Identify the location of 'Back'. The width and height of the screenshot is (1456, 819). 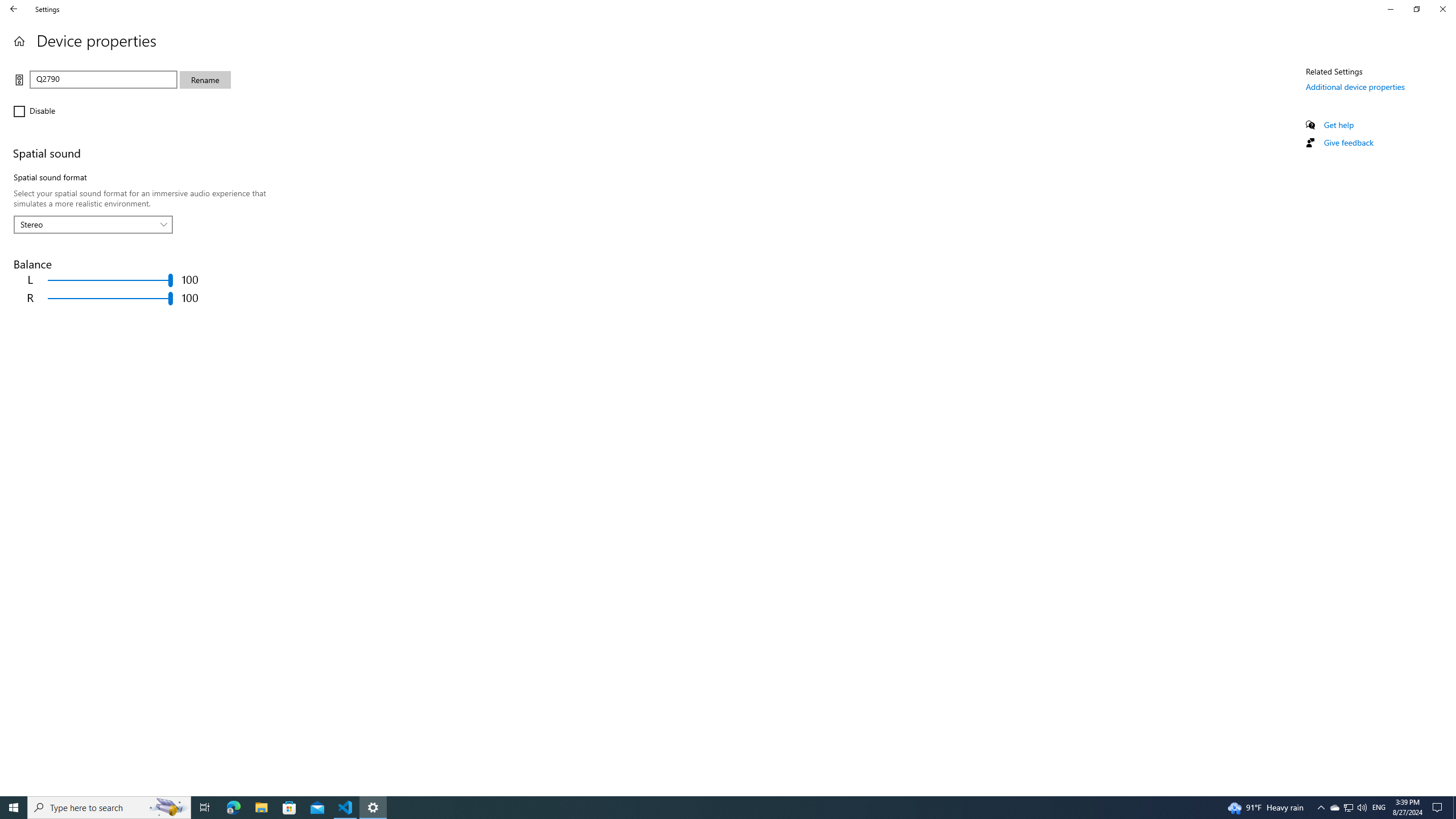
(14, 9).